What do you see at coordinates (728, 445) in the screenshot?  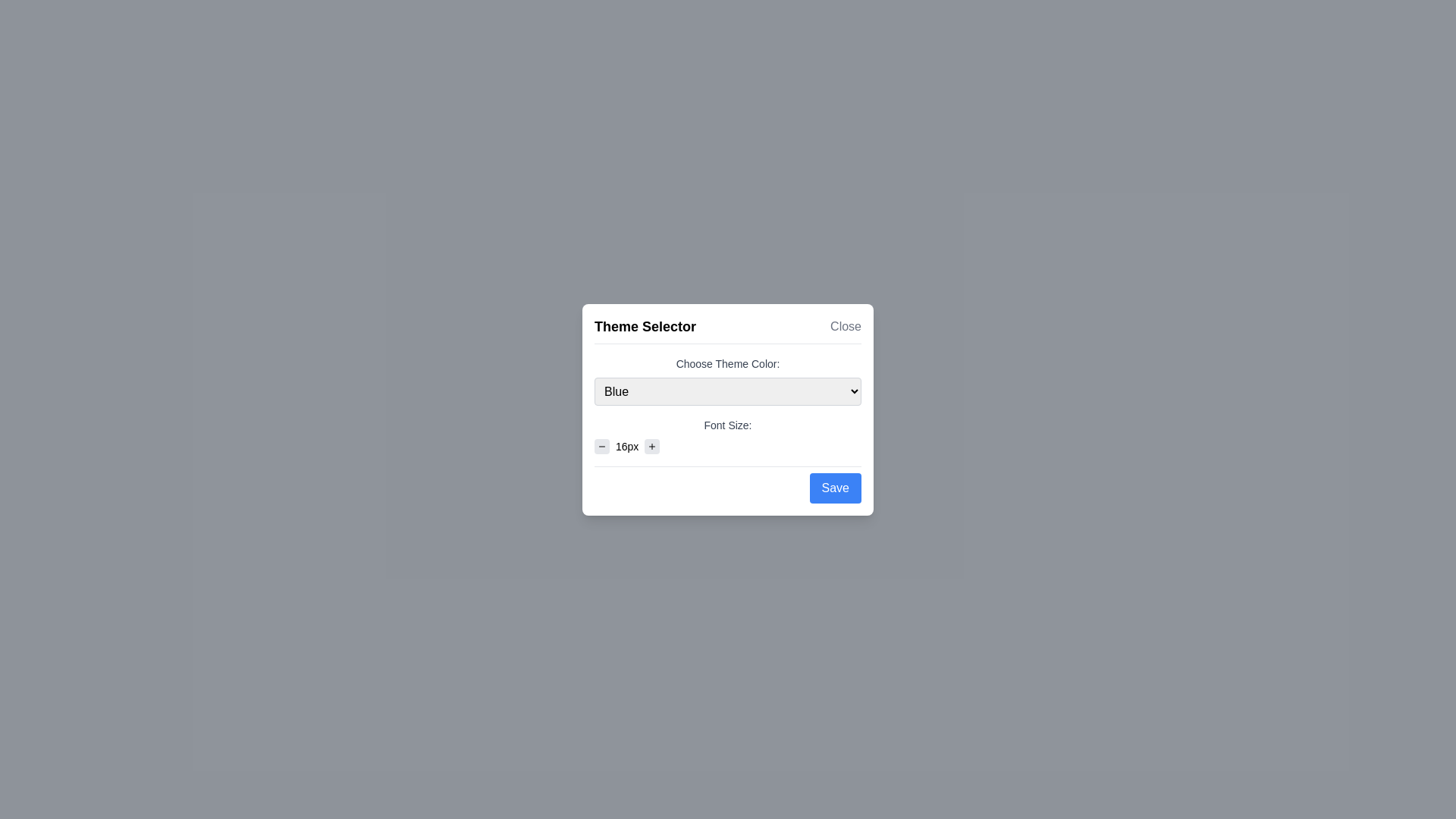 I see `current font size displayed in the center of the Font size selector, which shows '16px'` at bounding box center [728, 445].